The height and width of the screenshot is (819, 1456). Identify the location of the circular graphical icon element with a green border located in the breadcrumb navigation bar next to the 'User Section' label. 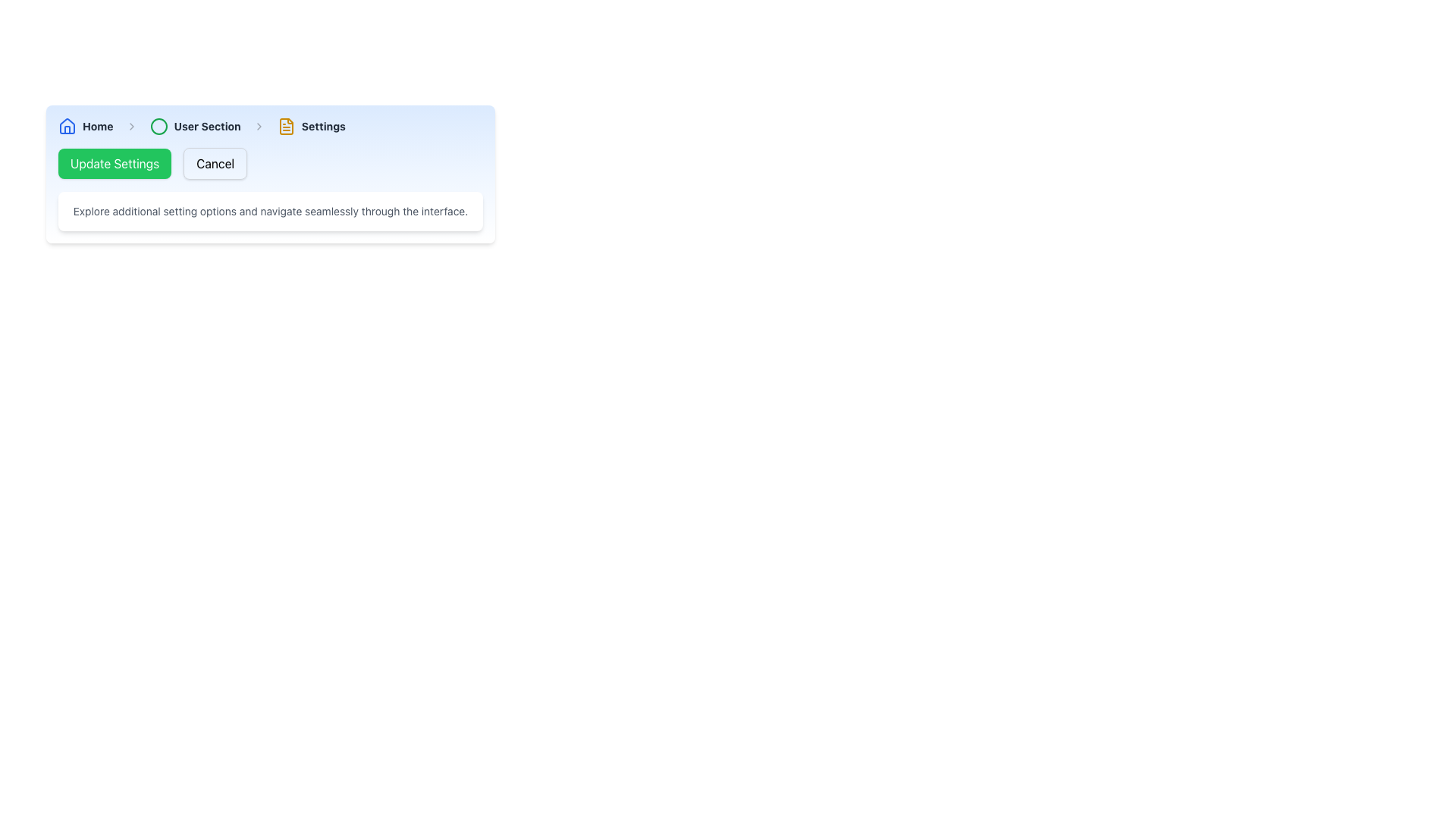
(158, 125).